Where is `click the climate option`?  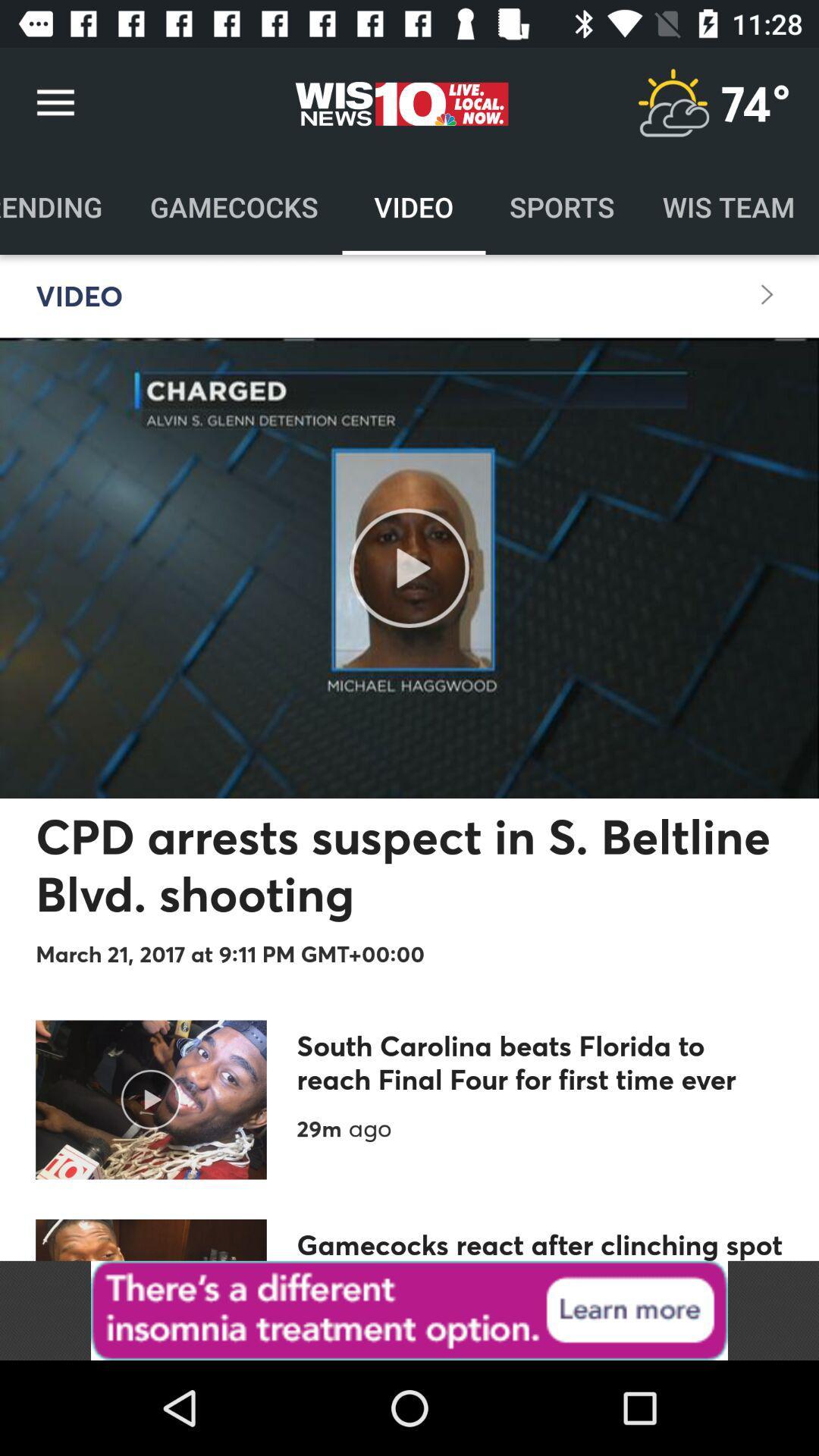 click the climate option is located at coordinates (672, 102).